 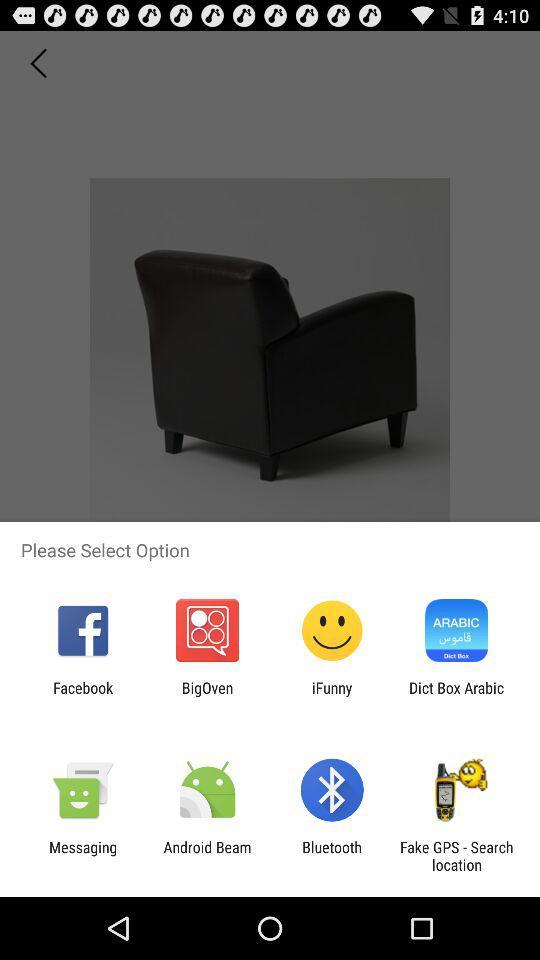 I want to click on item next to the ifunny app, so click(x=206, y=696).